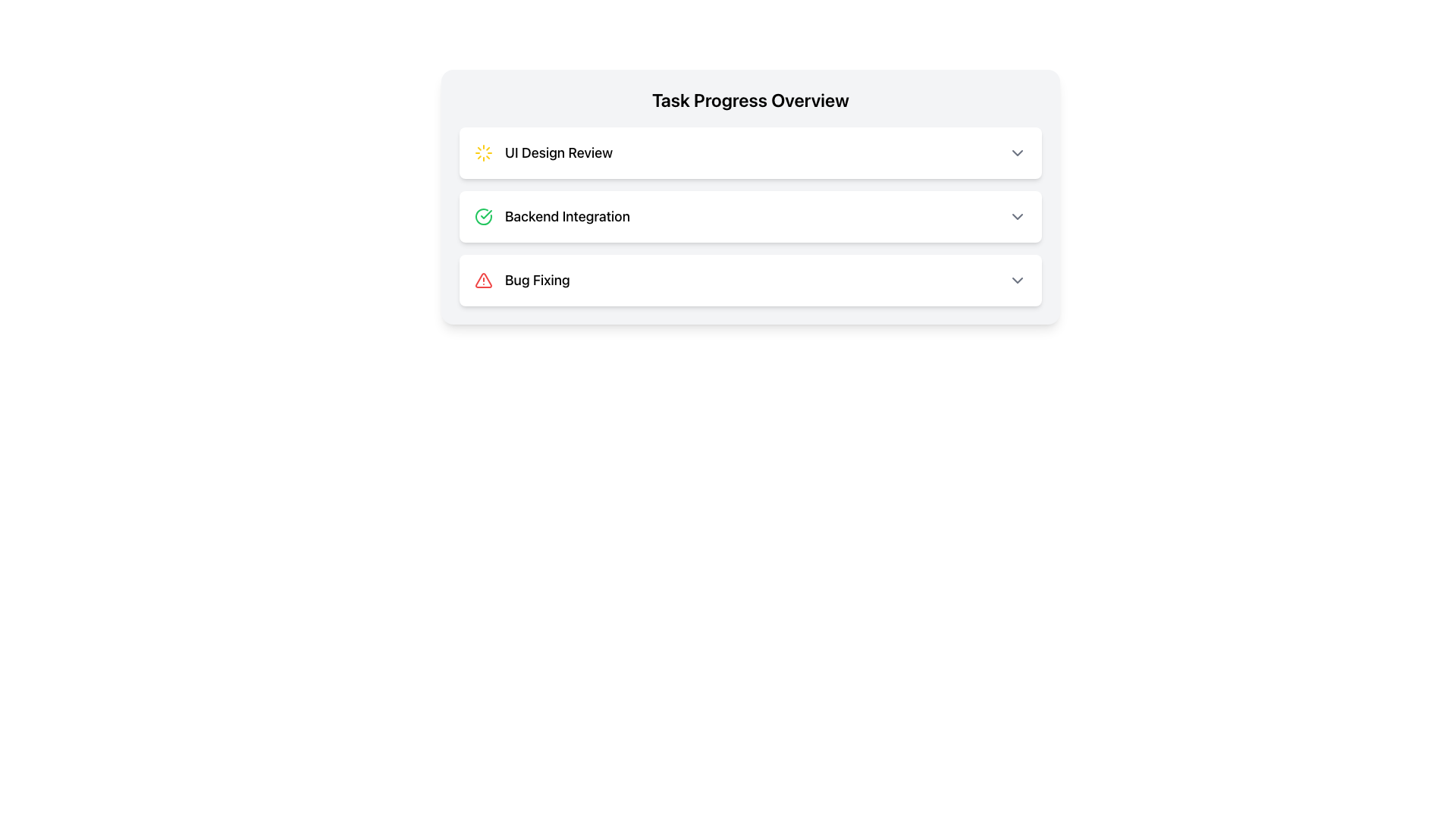 The height and width of the screenshot is (819, 1456). I want to click on the 'Bug Fixing' task status dropdown item located beneath the 'Backend Integration' section, so click(750, 281).